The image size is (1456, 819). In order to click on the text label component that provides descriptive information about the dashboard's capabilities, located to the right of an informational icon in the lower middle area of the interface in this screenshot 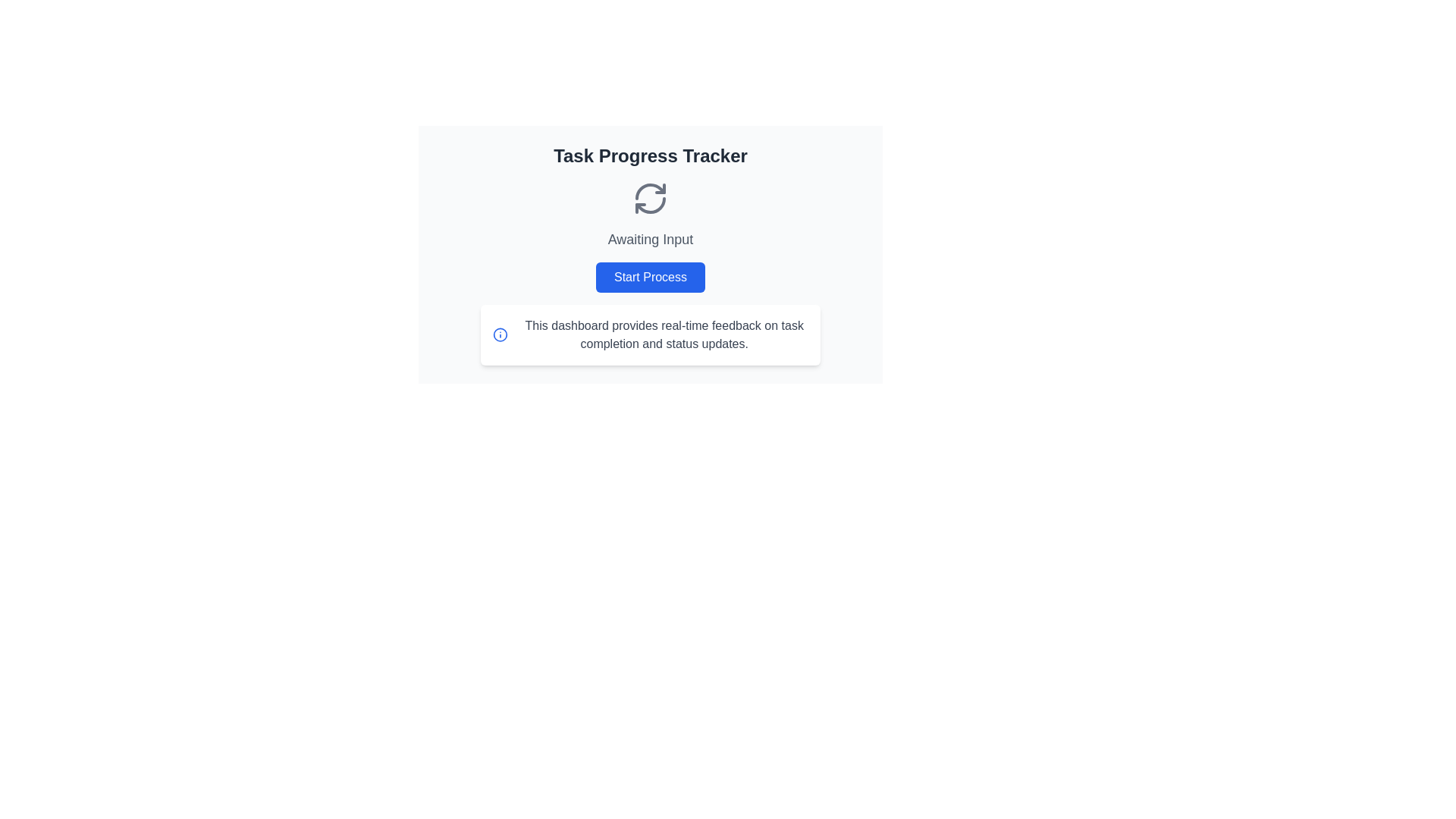, I will do `click(664, 334)`.